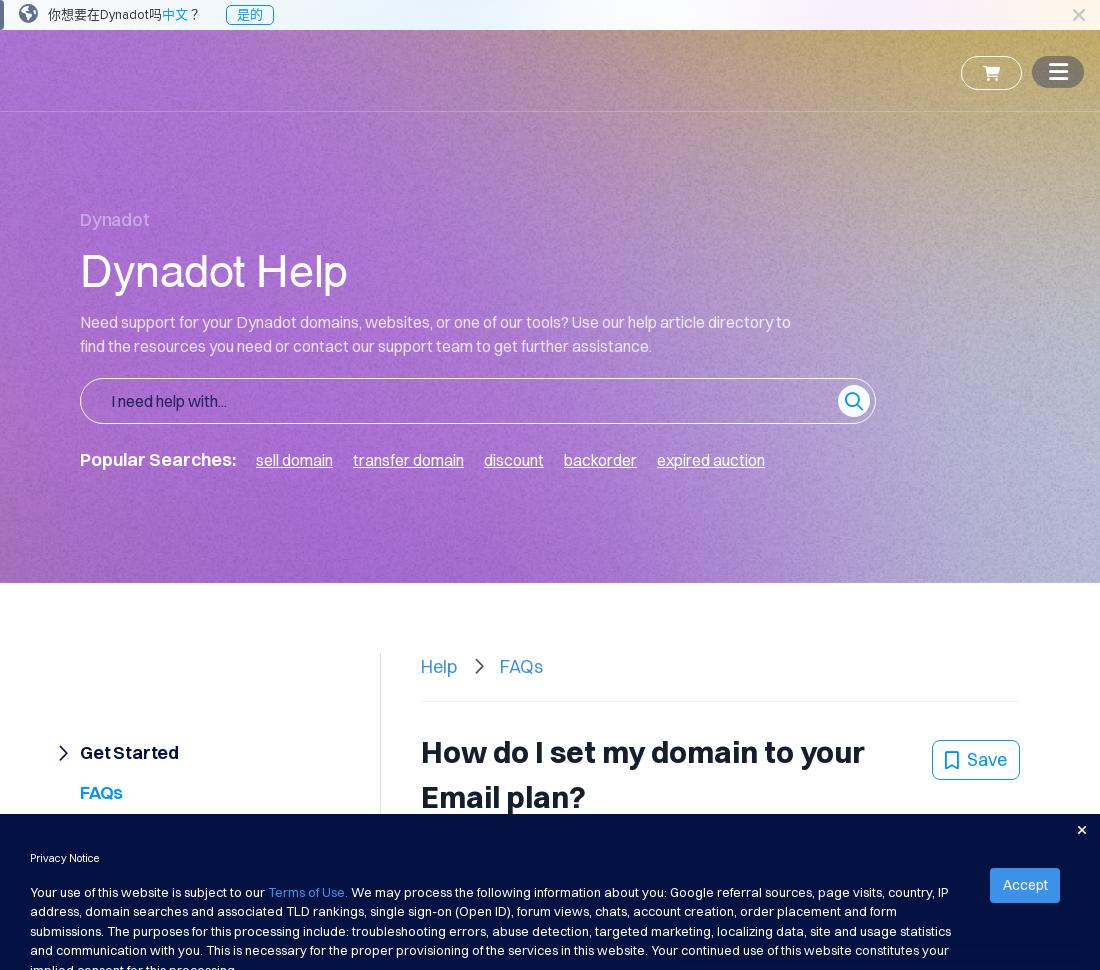 The height and width of the screenshot is (970, 1100). Describe the element at coordinates (599, 458) in the screenshot. I see `'backorder'` at that location.